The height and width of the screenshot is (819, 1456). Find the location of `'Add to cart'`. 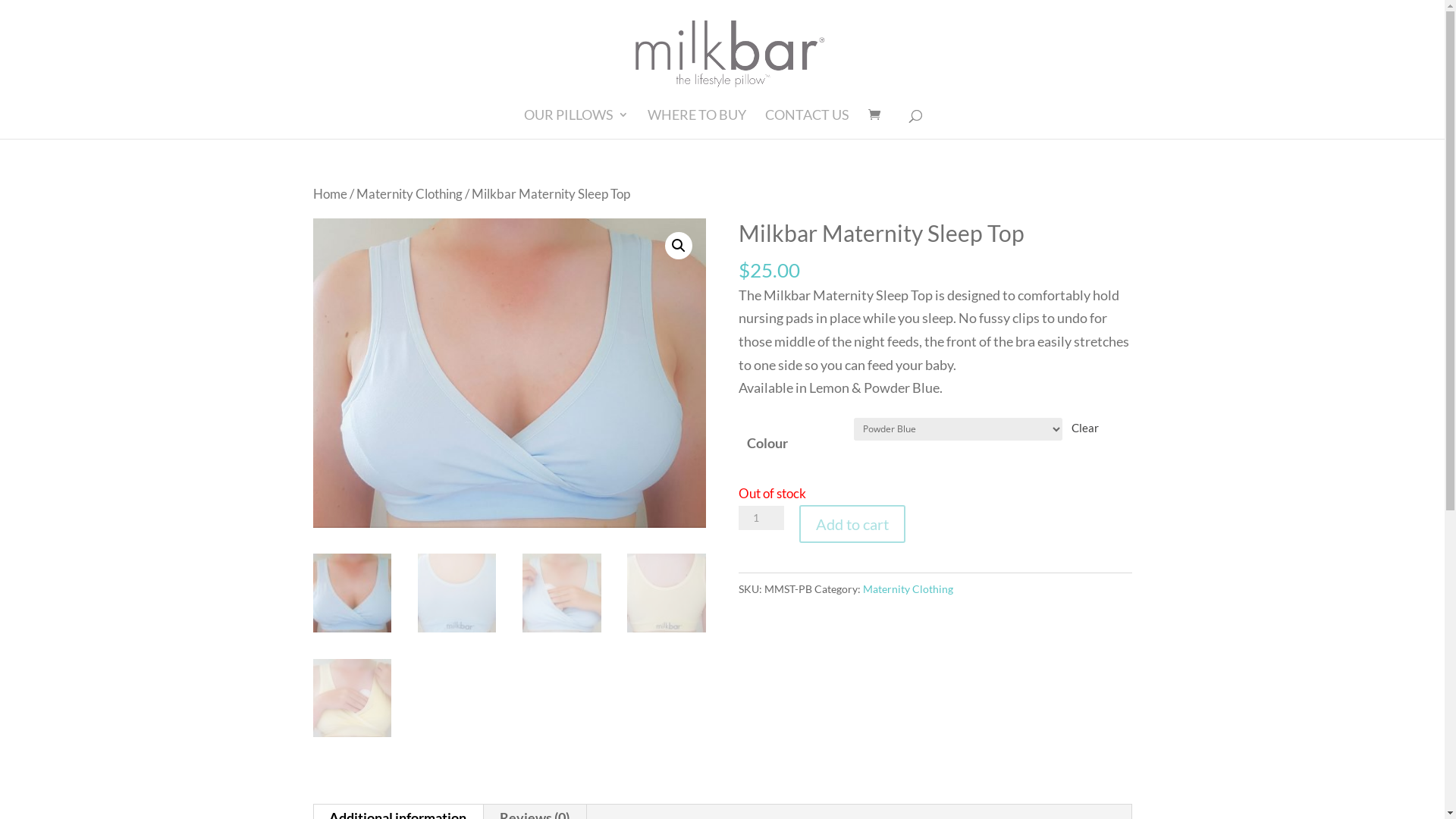

'Add to cart' is located at coordinates (799, 522).